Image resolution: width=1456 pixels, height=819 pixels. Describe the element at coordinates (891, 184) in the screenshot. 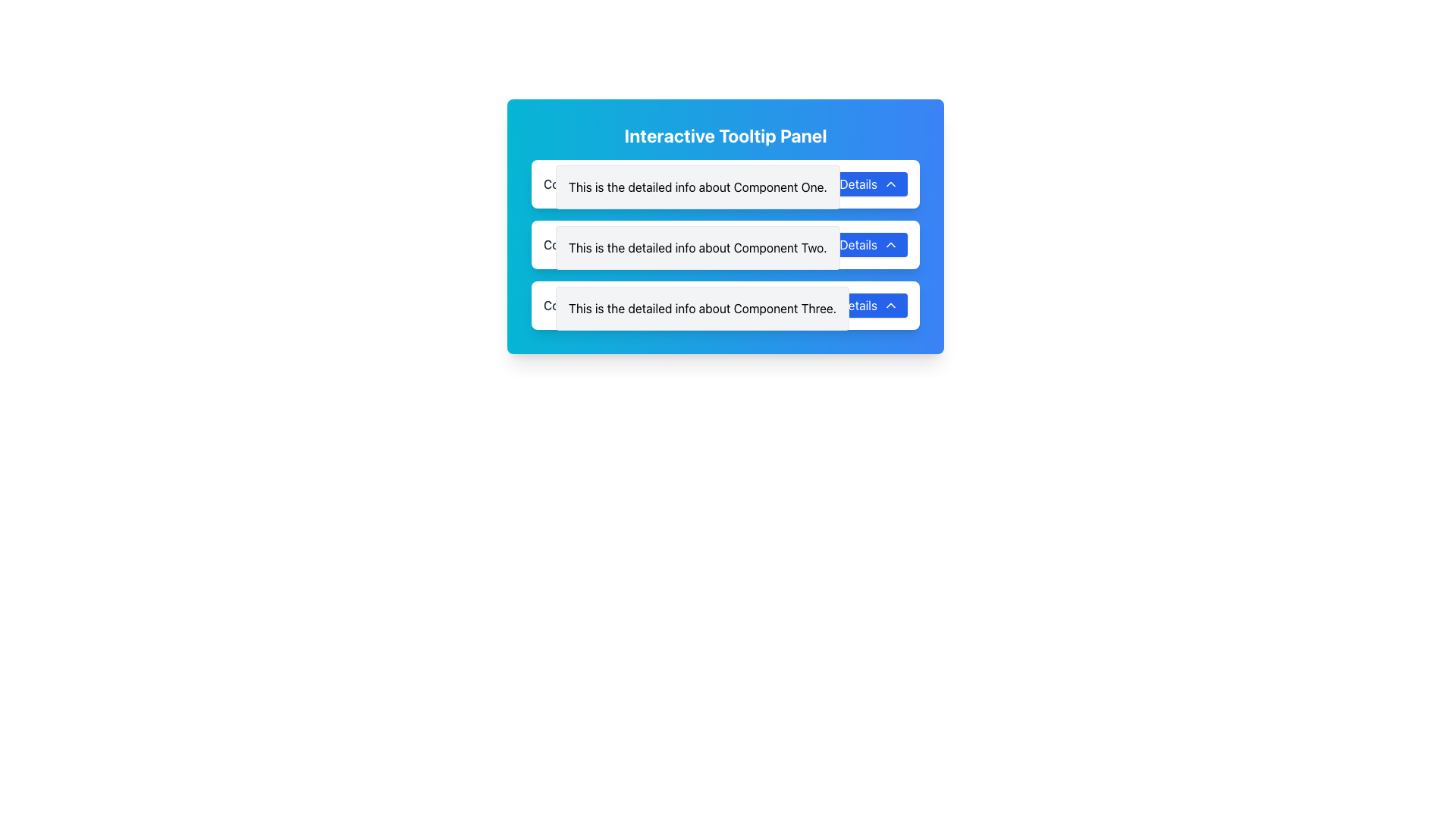

I see `the upward-facing icon that indicates collapsing or interacting with the content of the 'Details' button, which is the rightmost component in the third row of buttons labeled 'Details'` at that location.